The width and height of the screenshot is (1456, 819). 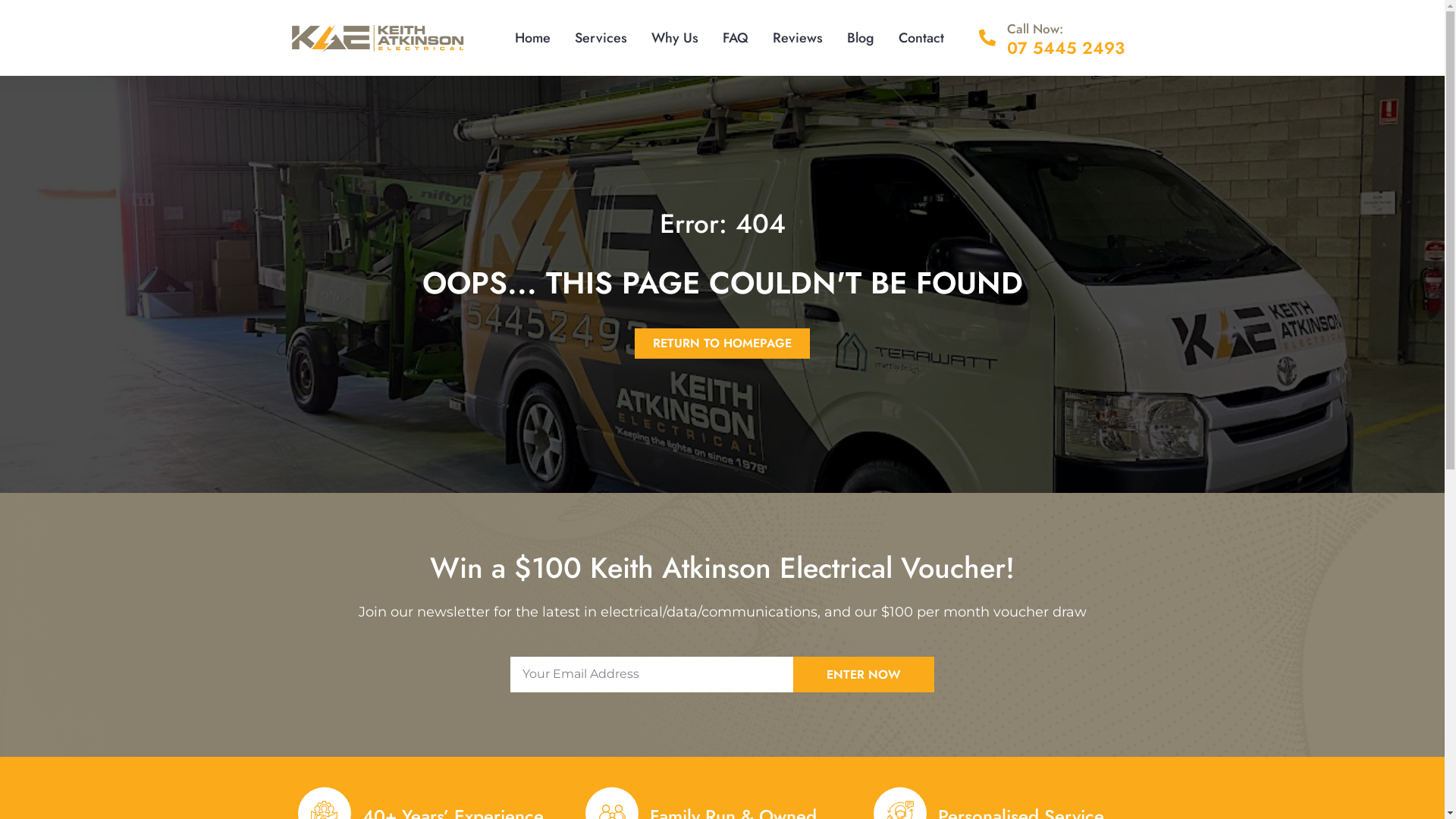 I want to click on 'Contact', so click(x=920, y=37).